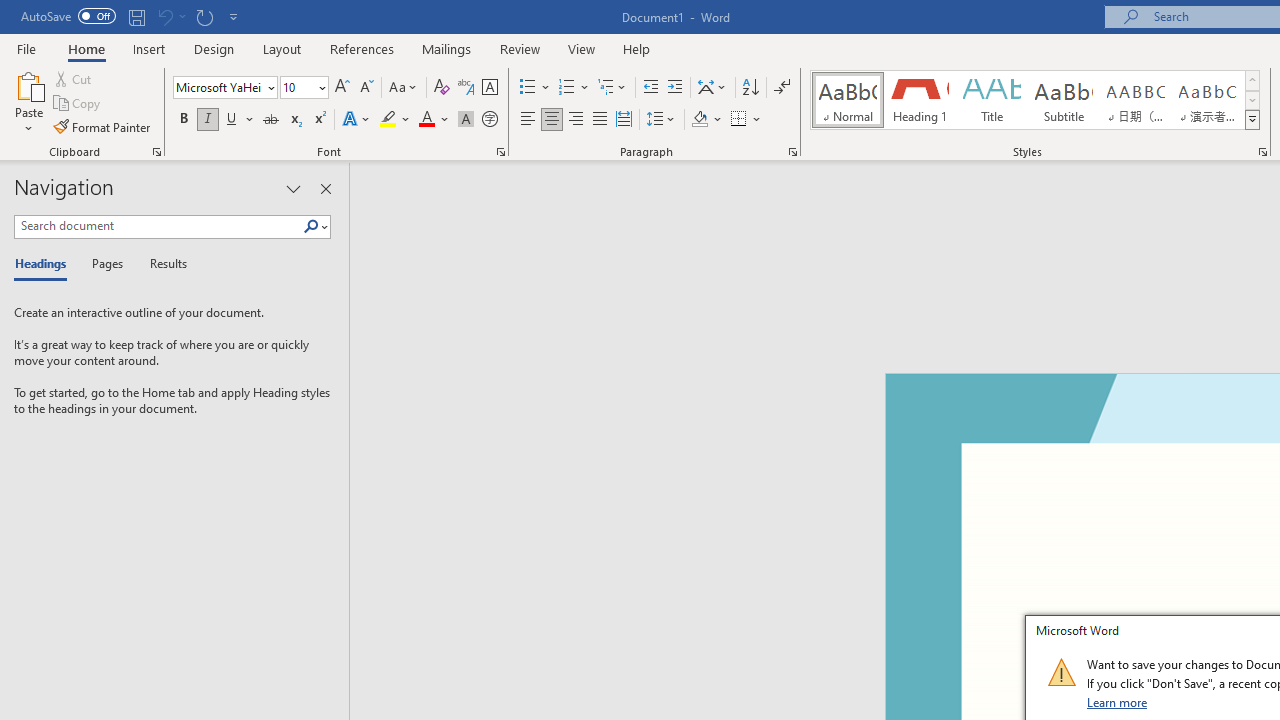  Describe the element at coordinates (1117, 701) in the screenshot. I see `'Learn more'` at that location.